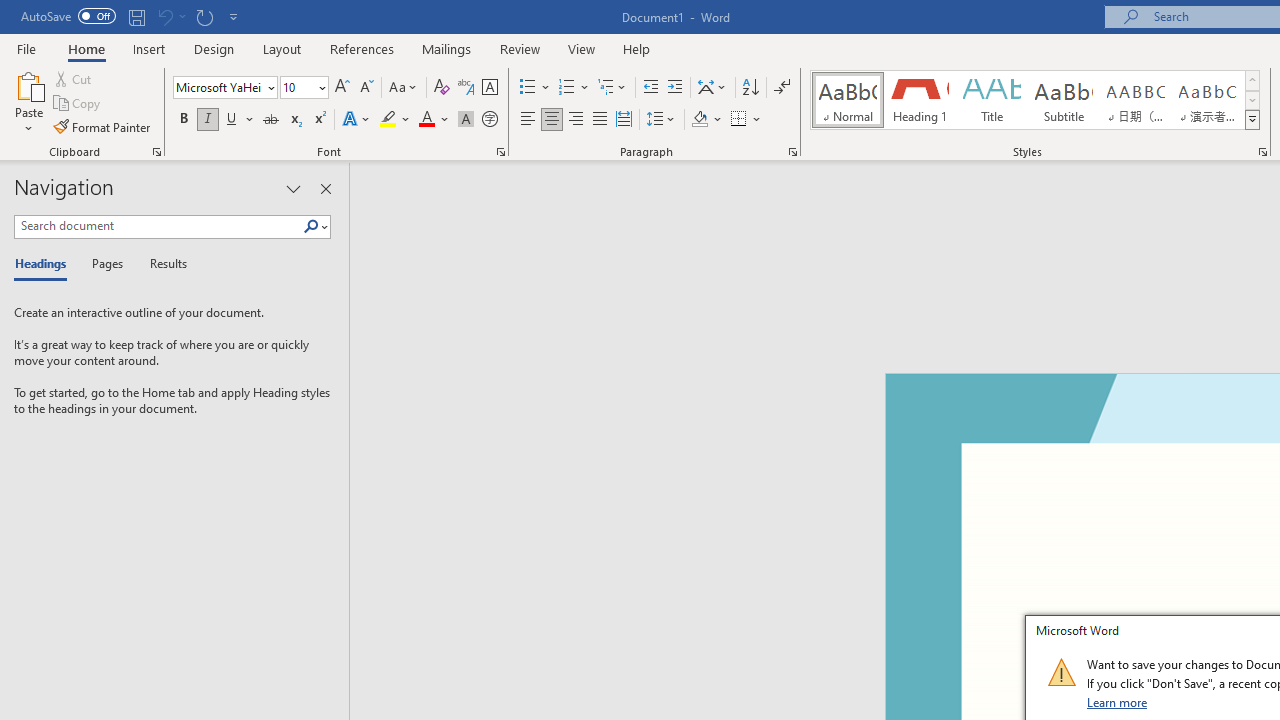  Describe the element at coordinates (1117, 701) in the screenshot. I see `'Learn more'` at that location.